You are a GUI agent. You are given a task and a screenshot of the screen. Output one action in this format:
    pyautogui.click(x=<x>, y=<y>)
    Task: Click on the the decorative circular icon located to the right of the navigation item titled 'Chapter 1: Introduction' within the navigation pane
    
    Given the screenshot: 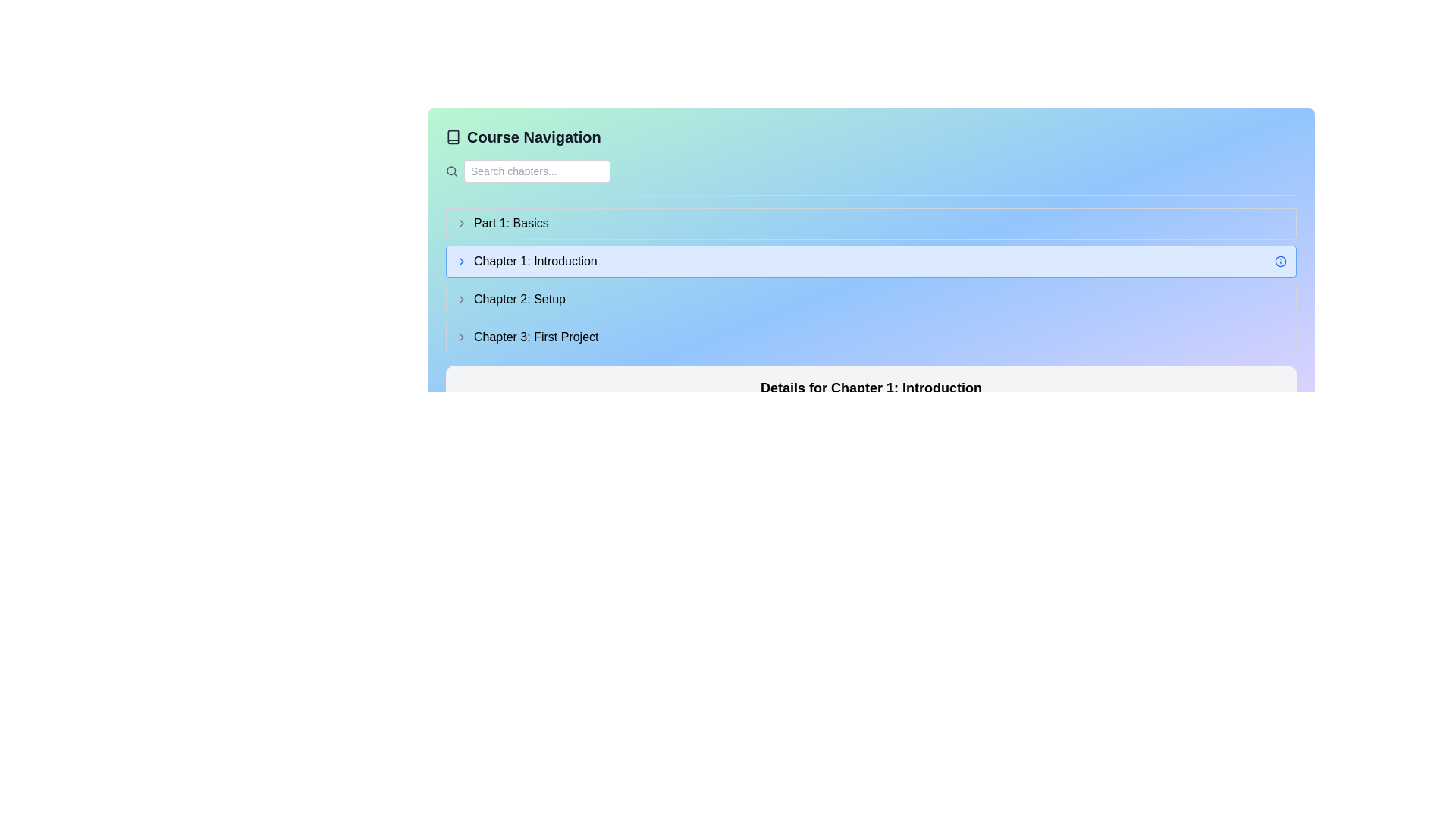 What is the action you would take?
    pyautogui.click(x=1280, y=260)
    